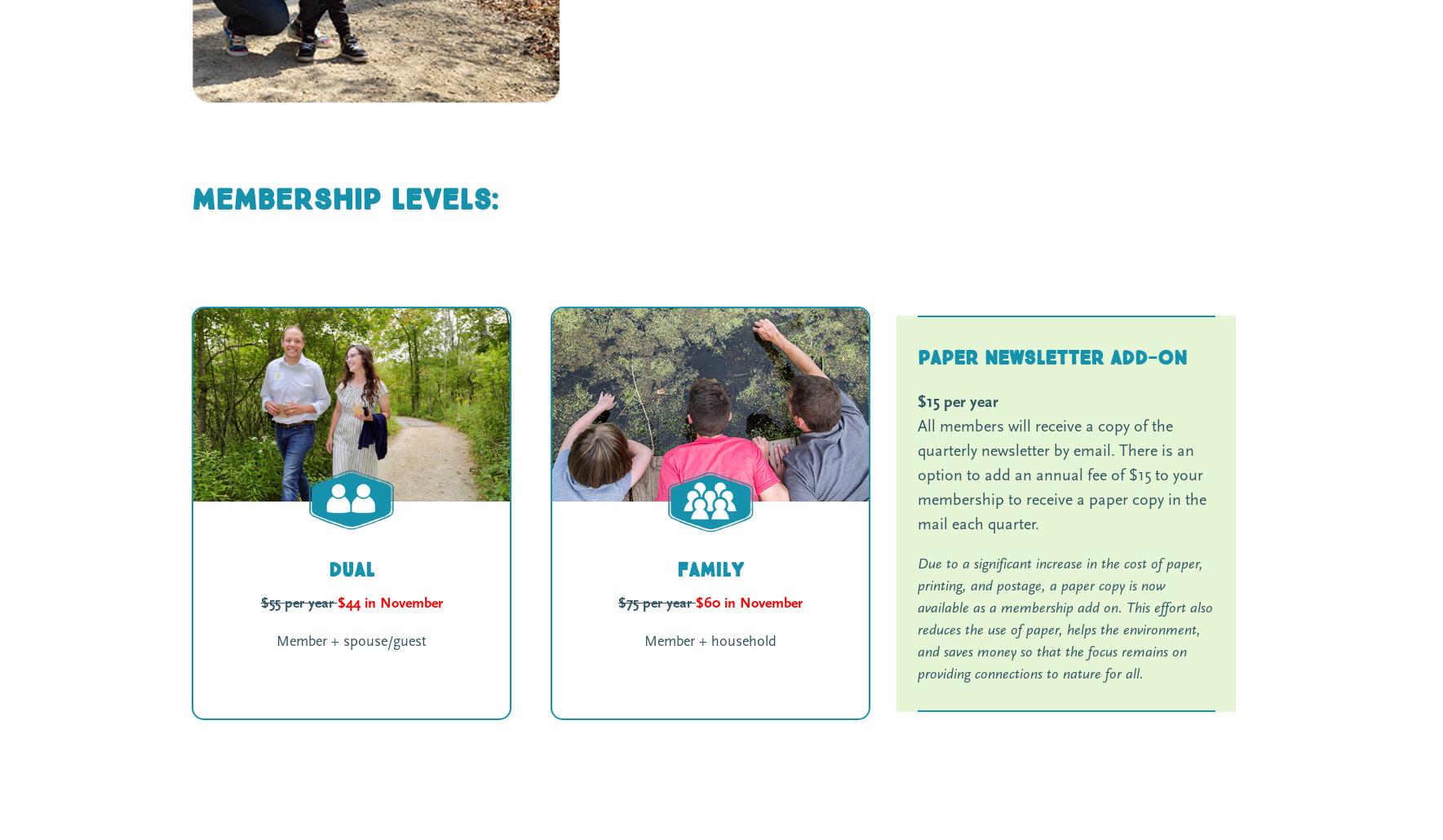 This screenshot has width=1443, height=840. I want to click on 'Due to a significant increase in the cost of paper, printing, and postage, a paper copy is now available as a membership add on. This effort also reduces the use of paper, helps the environment, and saves money so that the focus remains on providing connections to nature for all.', so click(1064, 619).